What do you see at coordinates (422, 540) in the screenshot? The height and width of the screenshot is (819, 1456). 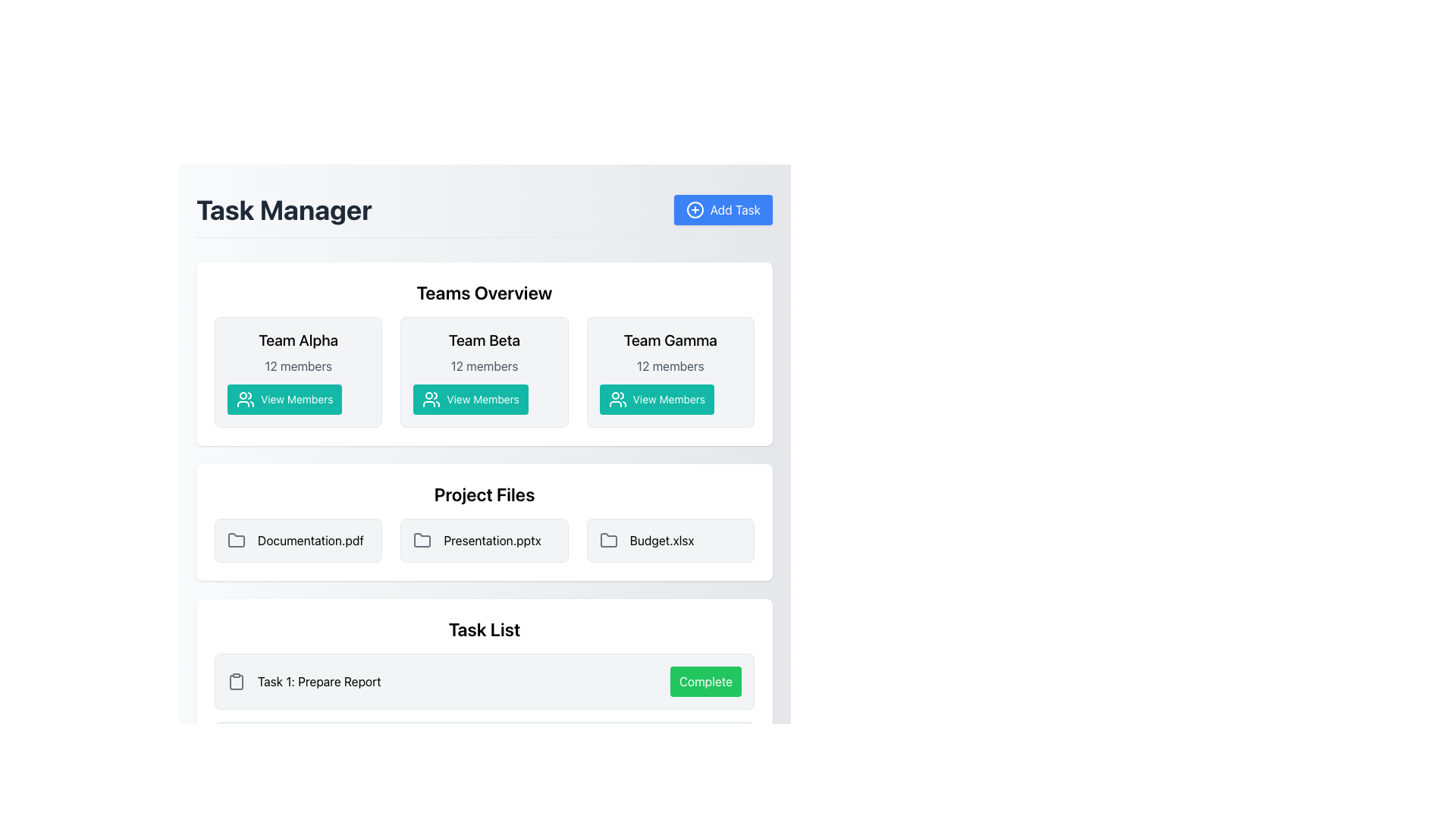 I see `the folder icon located in the 'Project Files' section, adjacent to 'Presentation.pptx'` at bounding box center [422, 540].